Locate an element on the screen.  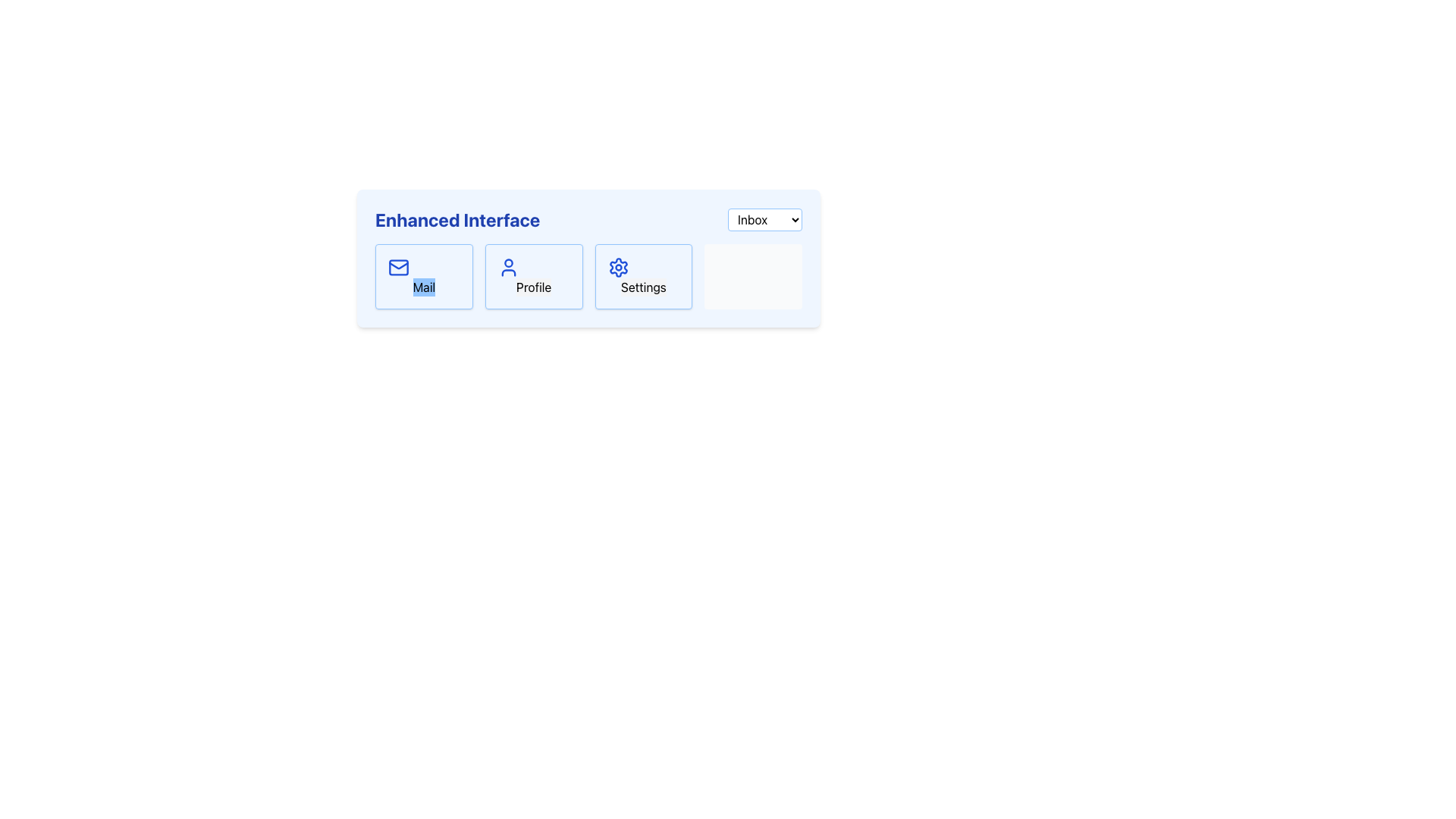
the 'Profile' button is located at coordinates (534, 287).